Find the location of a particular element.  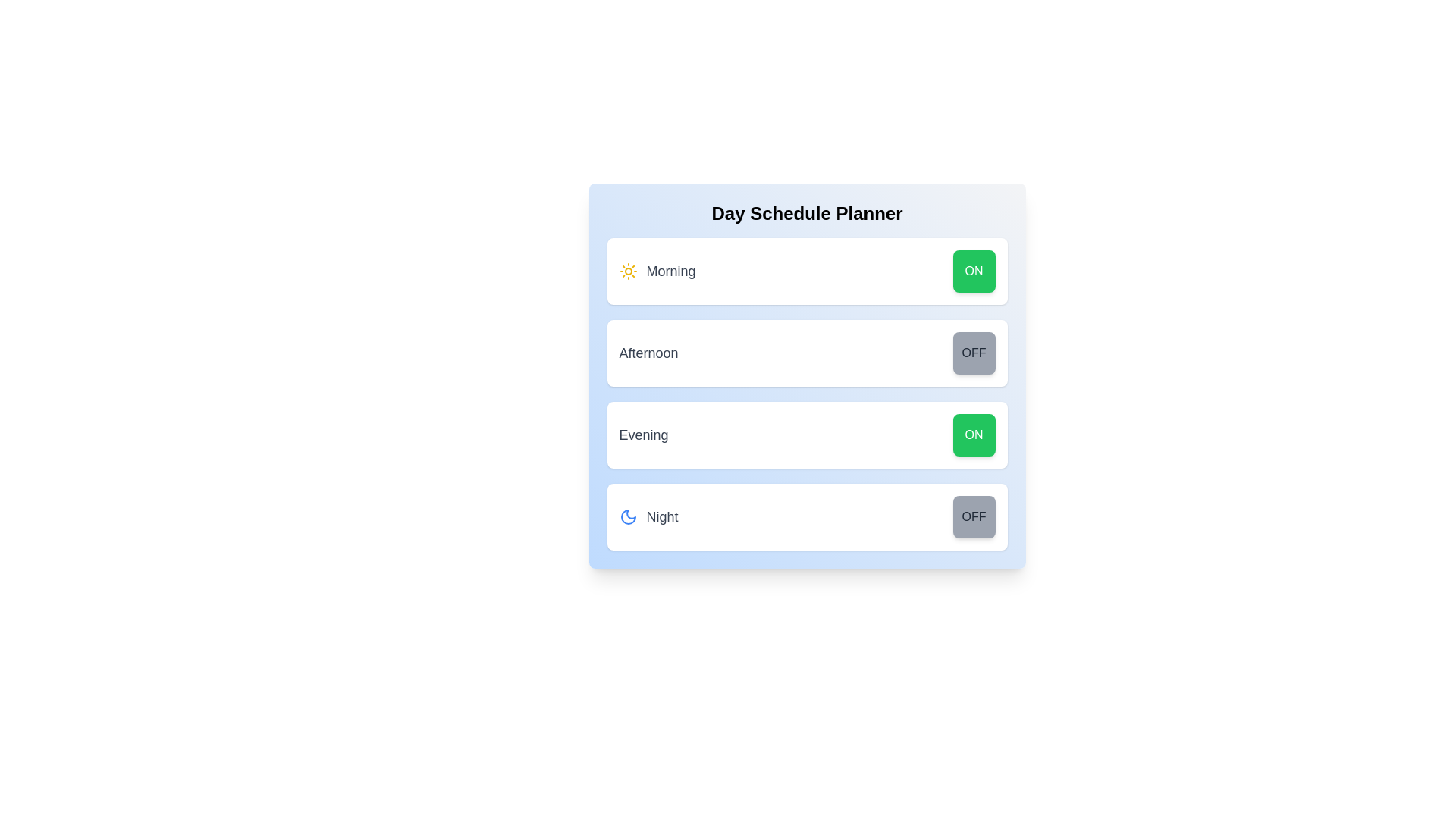

the Night row to highlight or focus it is located at coordinates (806, 516).